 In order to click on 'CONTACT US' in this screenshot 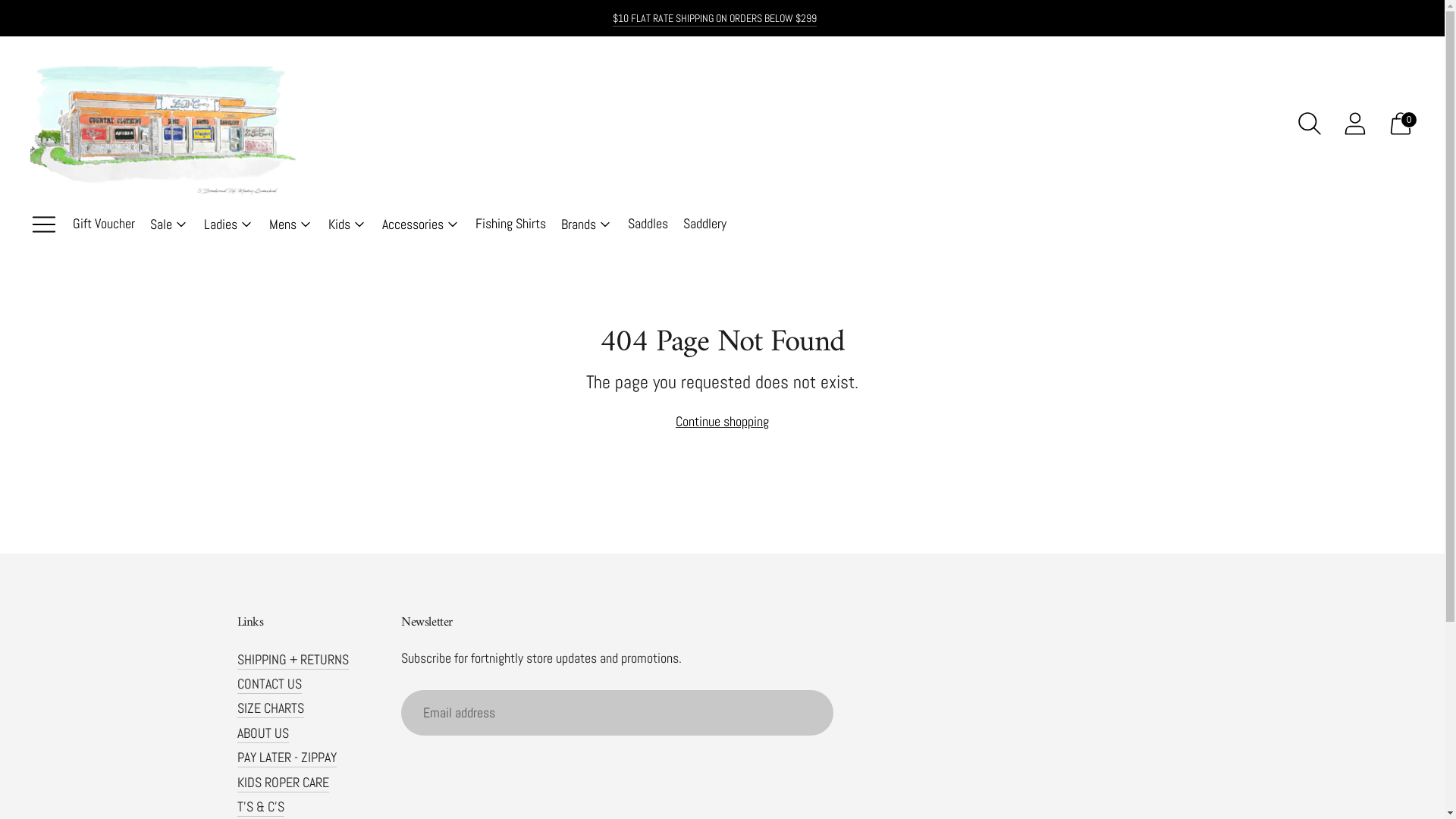, I will do `click(236, 683)`.